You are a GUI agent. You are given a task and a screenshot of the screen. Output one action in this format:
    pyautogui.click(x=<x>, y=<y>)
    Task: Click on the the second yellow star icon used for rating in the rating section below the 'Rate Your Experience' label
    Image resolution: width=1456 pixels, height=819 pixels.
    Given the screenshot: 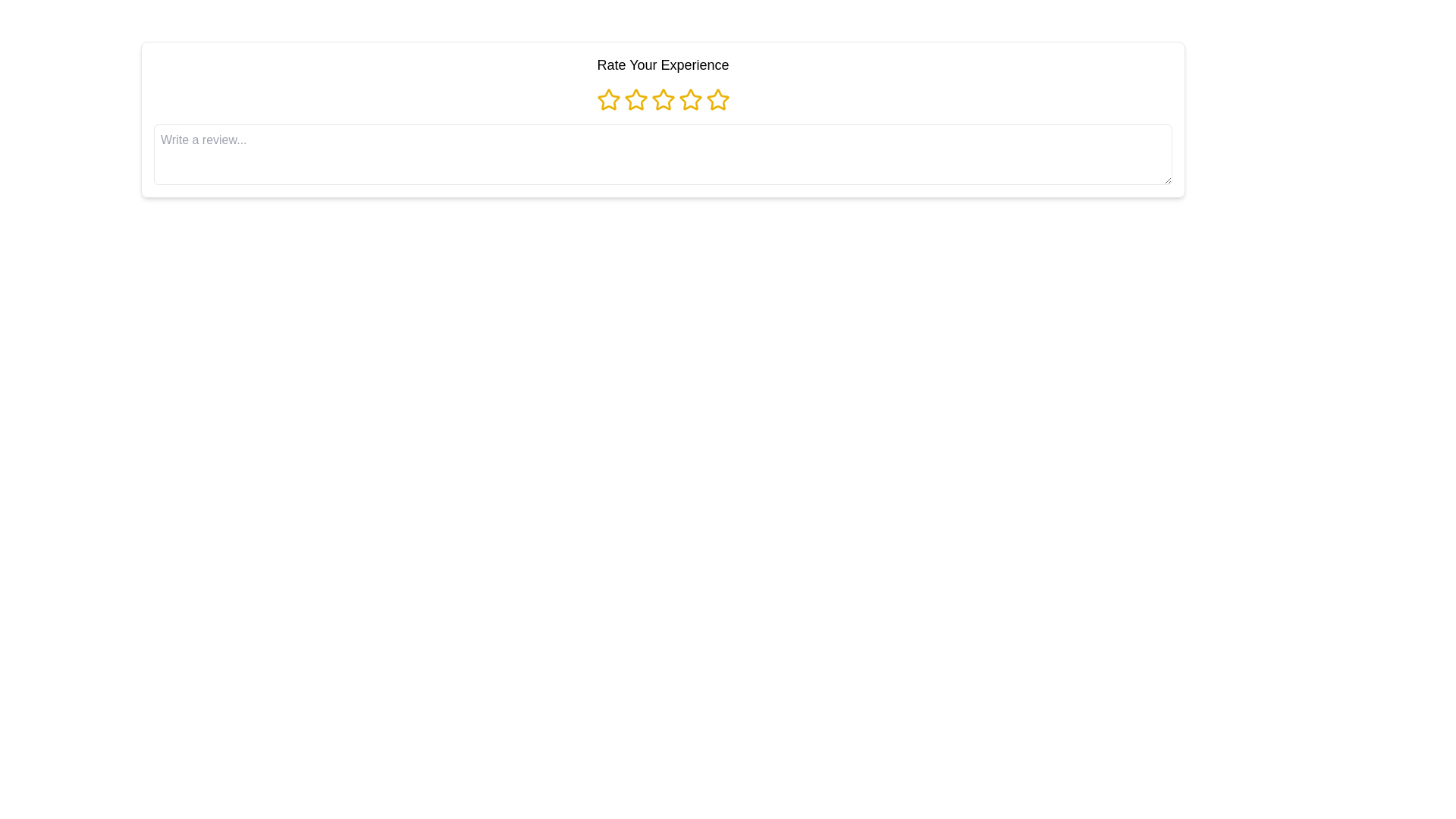 What is the action you would take?
    pyautogui.click(x=635, y=99)
    